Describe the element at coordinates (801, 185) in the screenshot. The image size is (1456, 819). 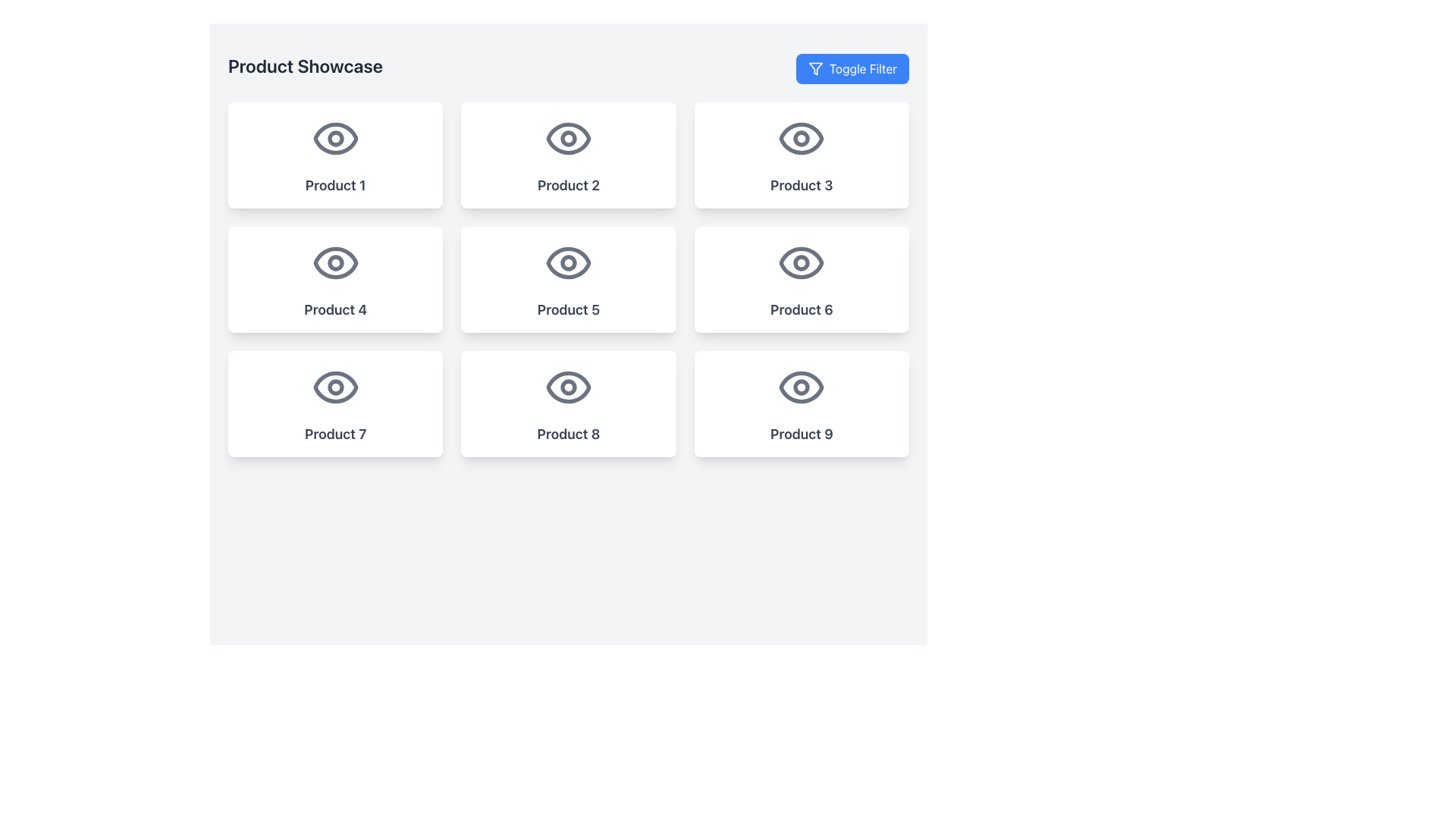
I see `the text label 'Product 3' located at the bottom center of the product card, which identifies the product and is situated below the eye graphic icon` at that location.